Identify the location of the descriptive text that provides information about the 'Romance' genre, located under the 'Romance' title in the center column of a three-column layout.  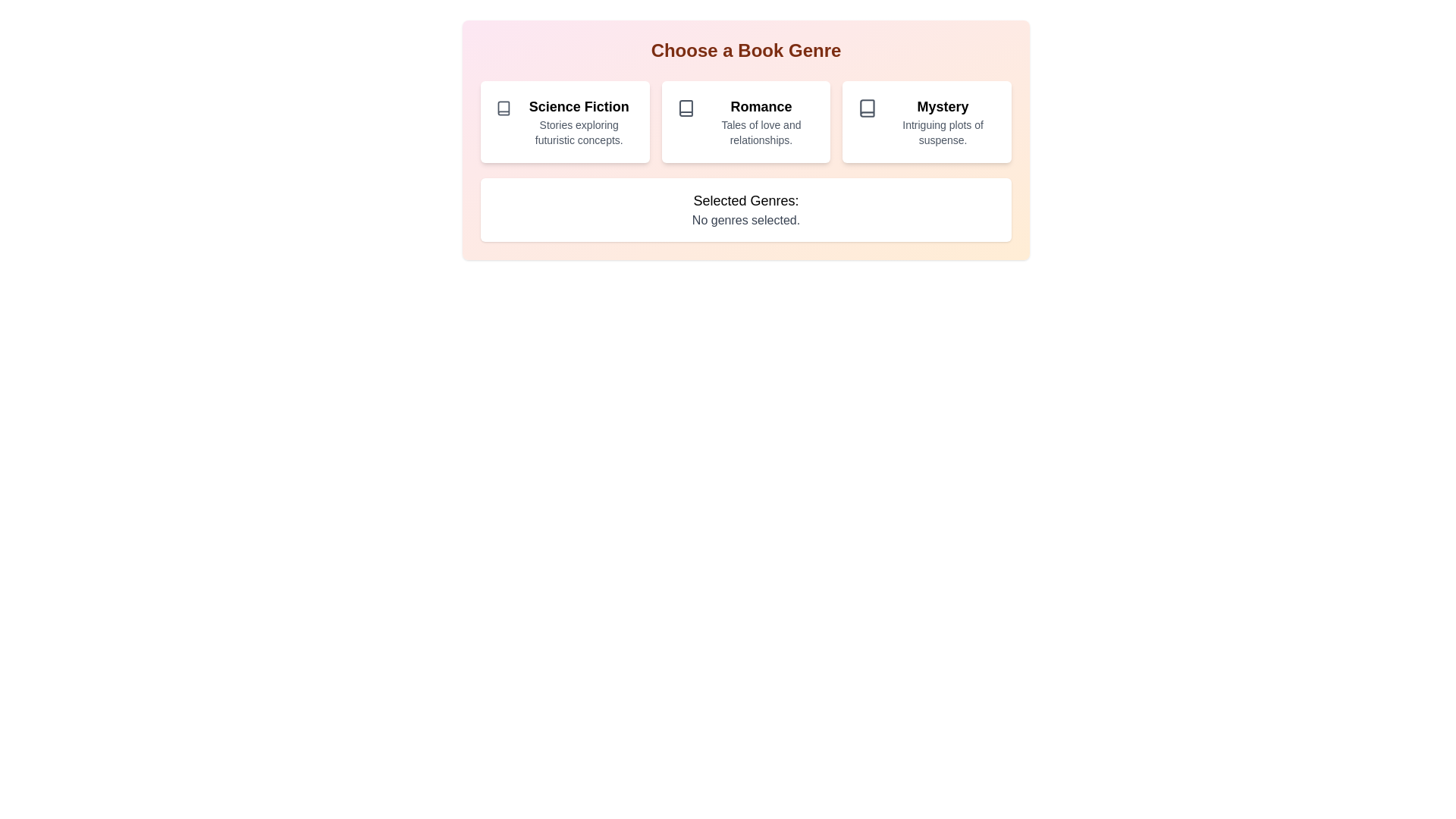
(761, 131).